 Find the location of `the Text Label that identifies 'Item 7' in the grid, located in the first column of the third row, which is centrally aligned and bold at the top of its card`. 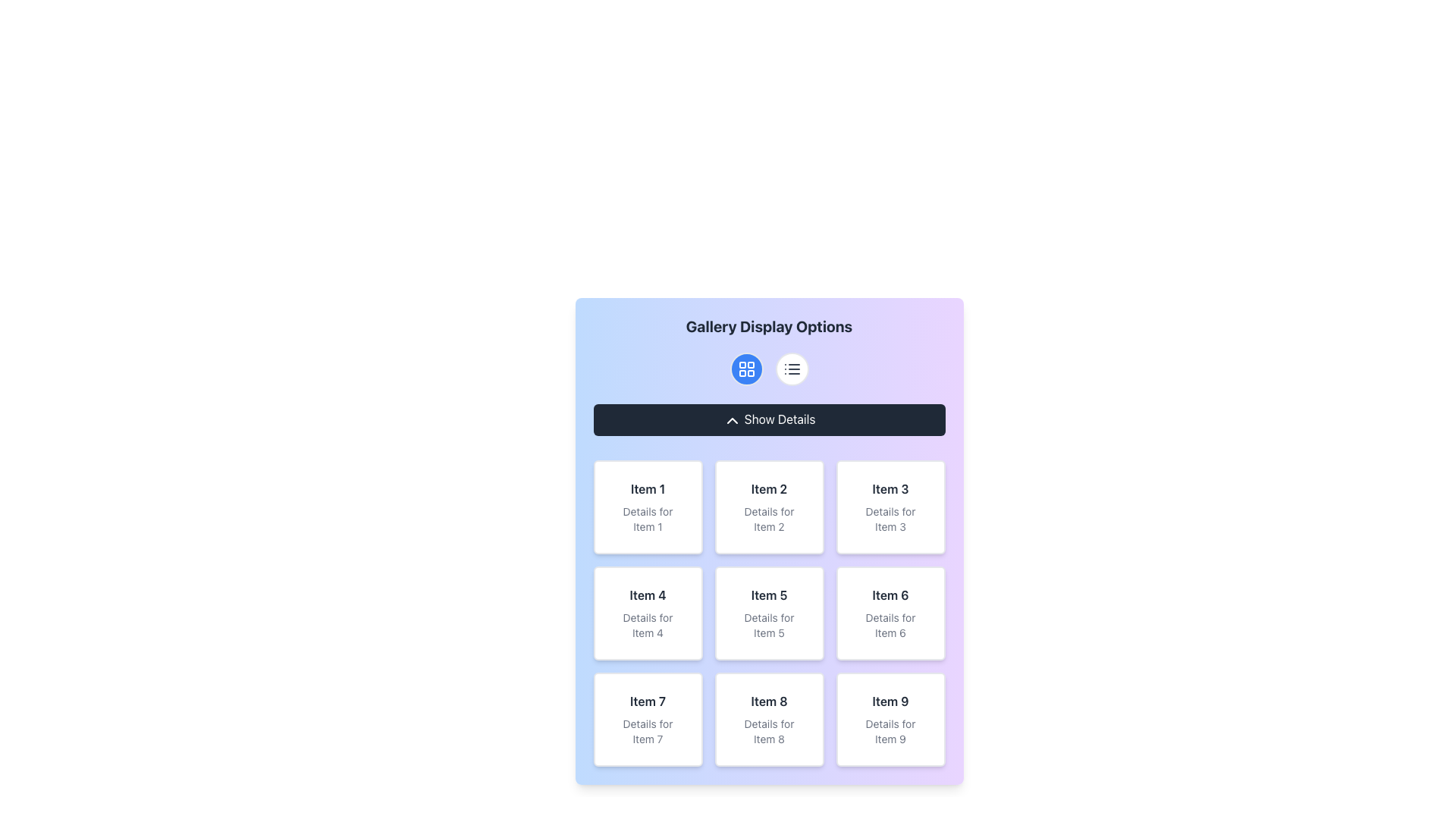

the Text Label that identifies 'Item 7' in the grid, located in the first column of the third row, which is centrally aligned and bold at the top of its card is located at coordinates (648, 701).